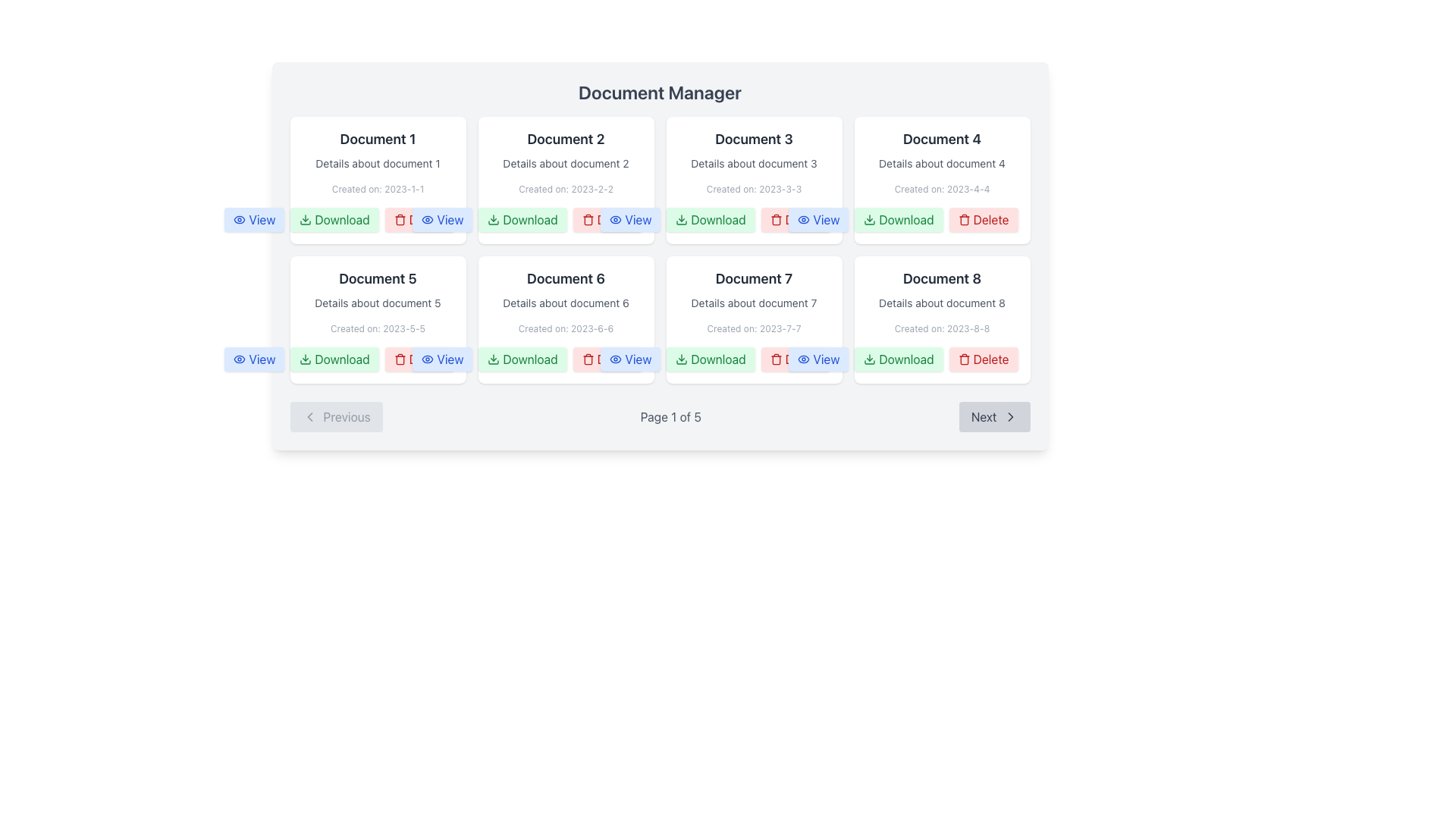 Image resolution: width=1456 pixels, height=819 pixels. Describe the element at coordinates (670, 417) in the screenshot. I see `the text label displaying 'Page 1 of 5' in the footer area, which indicates the pagination status` at that location.